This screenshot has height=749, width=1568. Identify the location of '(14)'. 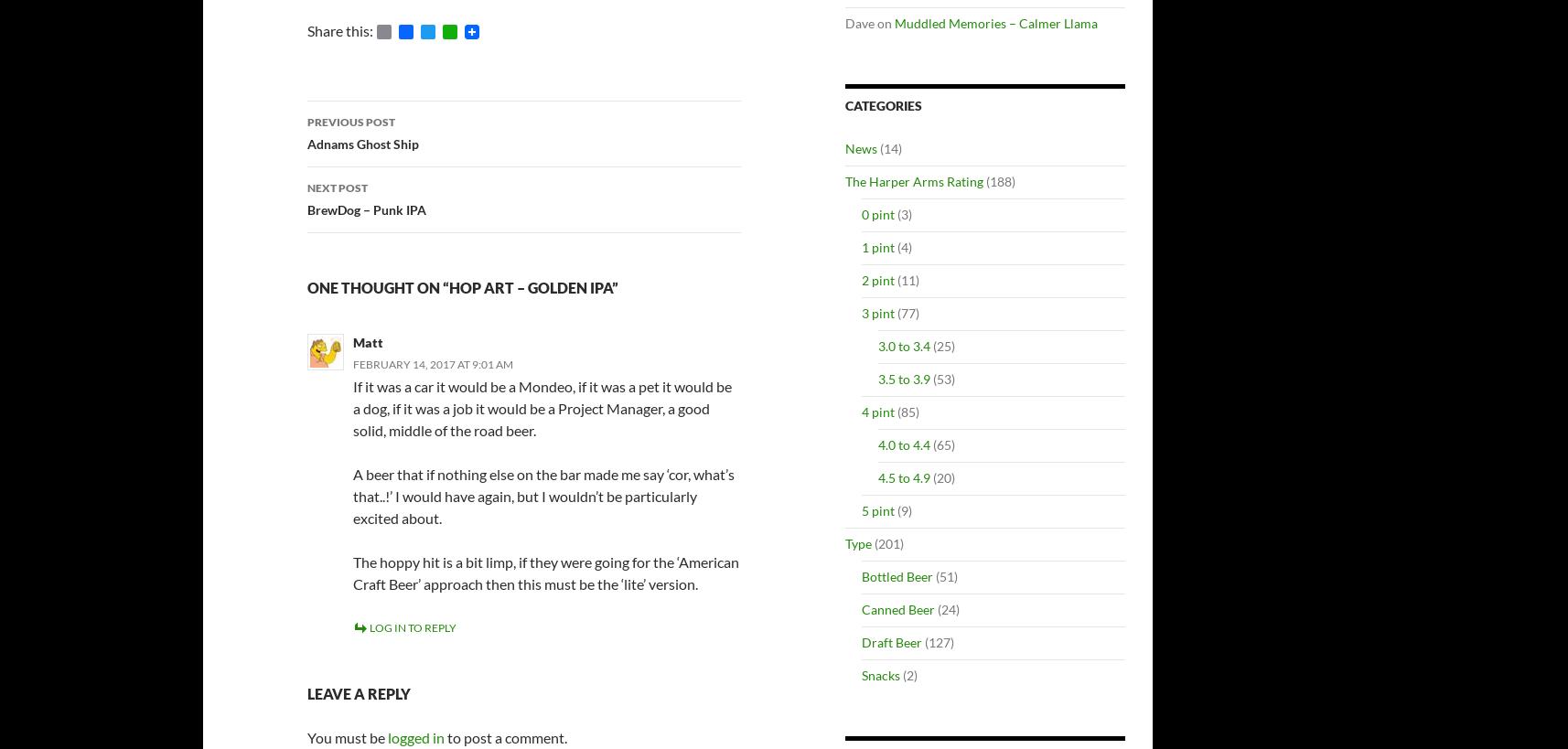
(888, 147).